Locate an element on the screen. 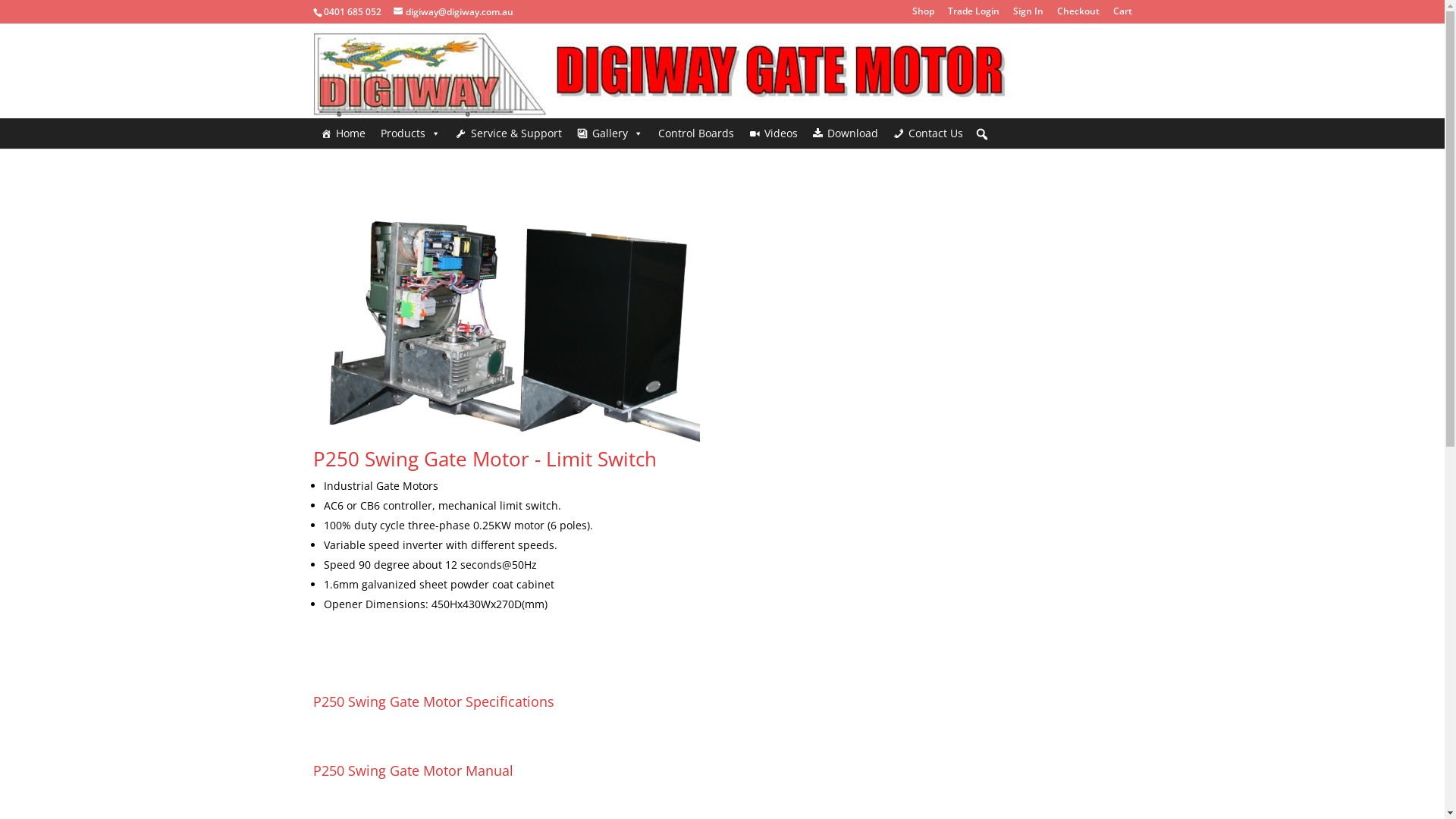 The width and height of the screenshot is (1456, 819). 'Shop' is located at coordinates (910, 14).